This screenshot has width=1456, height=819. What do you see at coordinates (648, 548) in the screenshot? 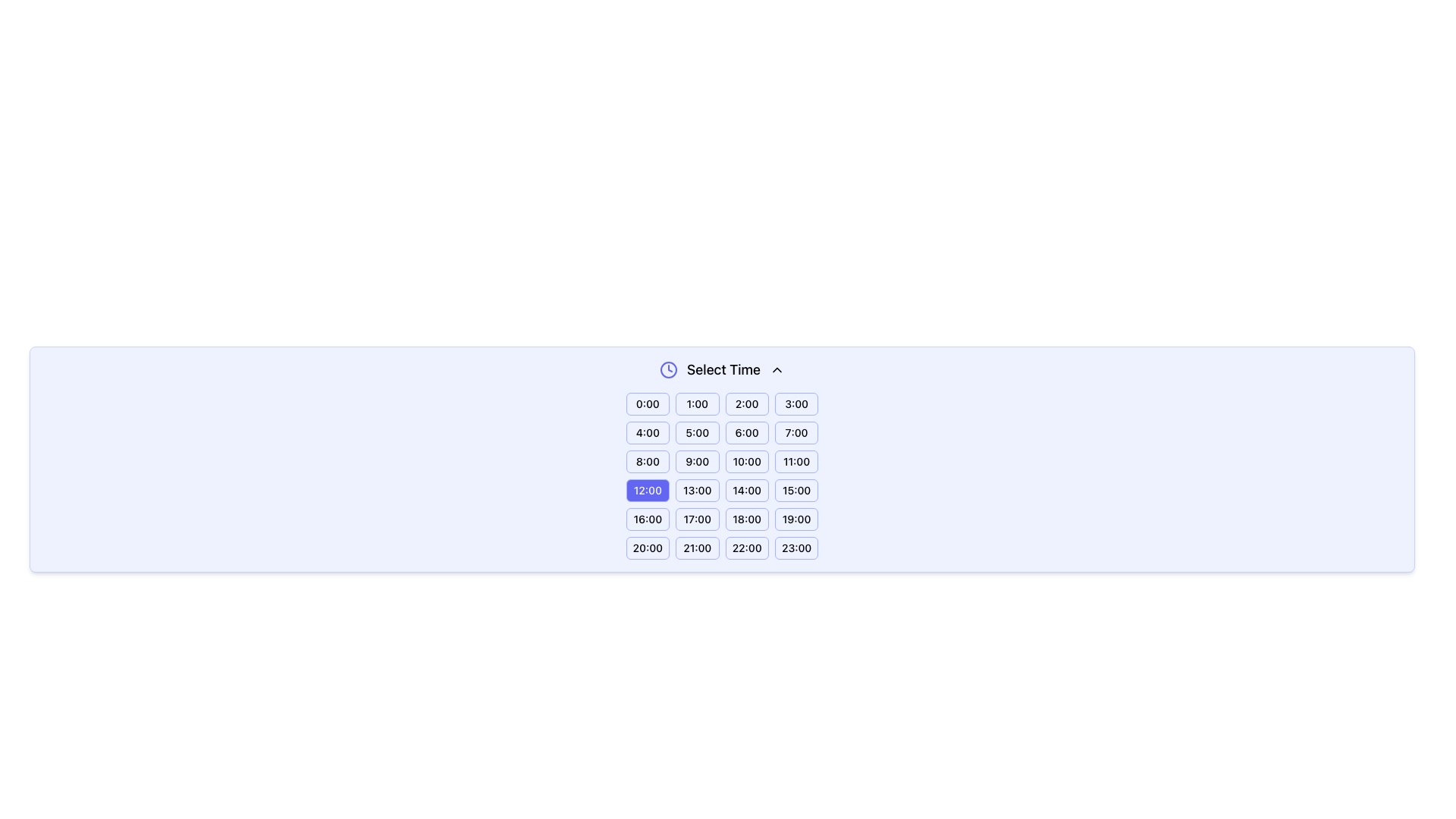
I see `the button labeled '20:00' which is a rectangular button with a white background and rounded light indigo border, located in the last row of a grid layout` at bounding box center [648, 548].